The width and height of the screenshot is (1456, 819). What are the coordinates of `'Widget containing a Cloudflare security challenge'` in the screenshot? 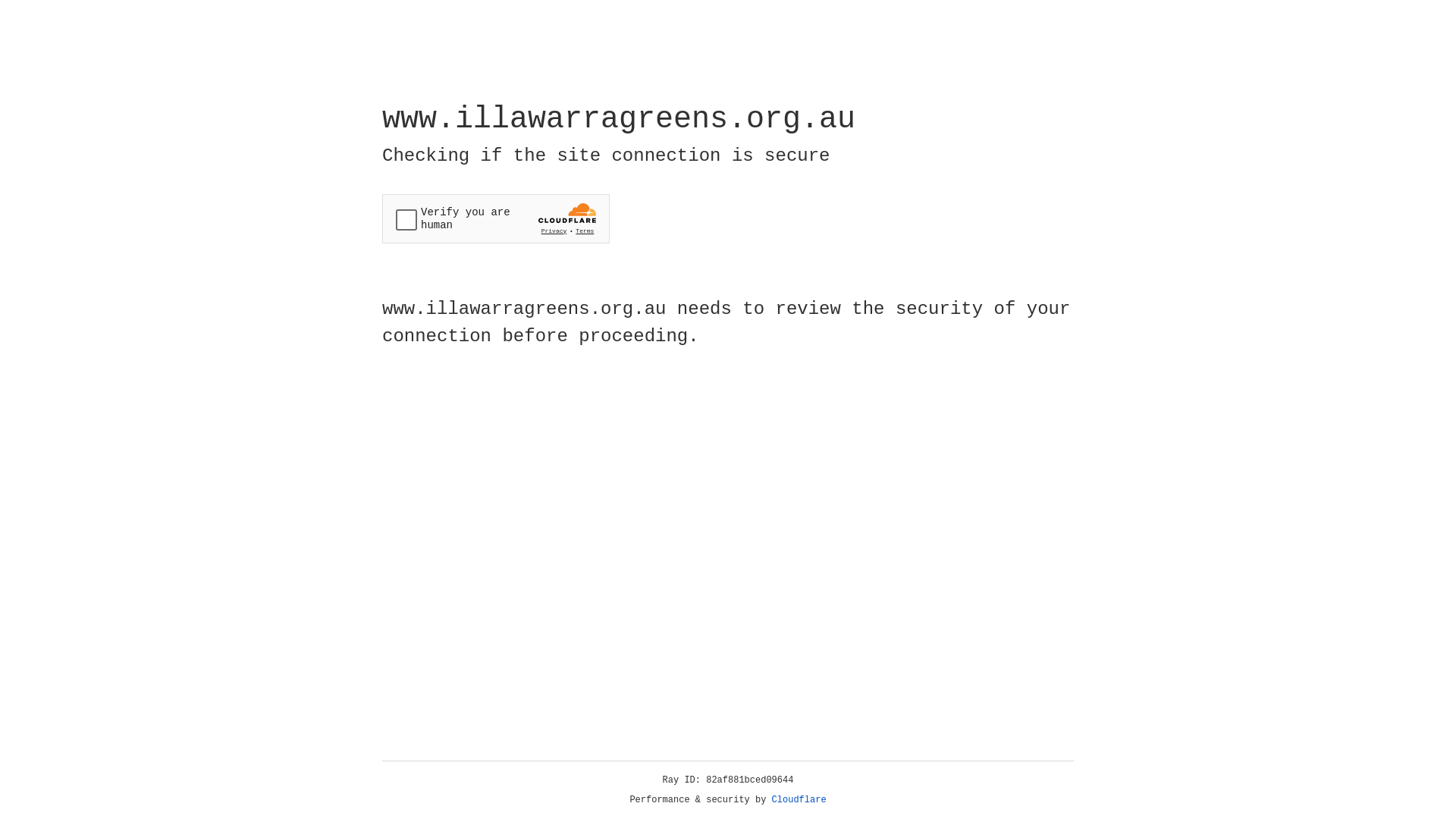 It's located at (495, 218).